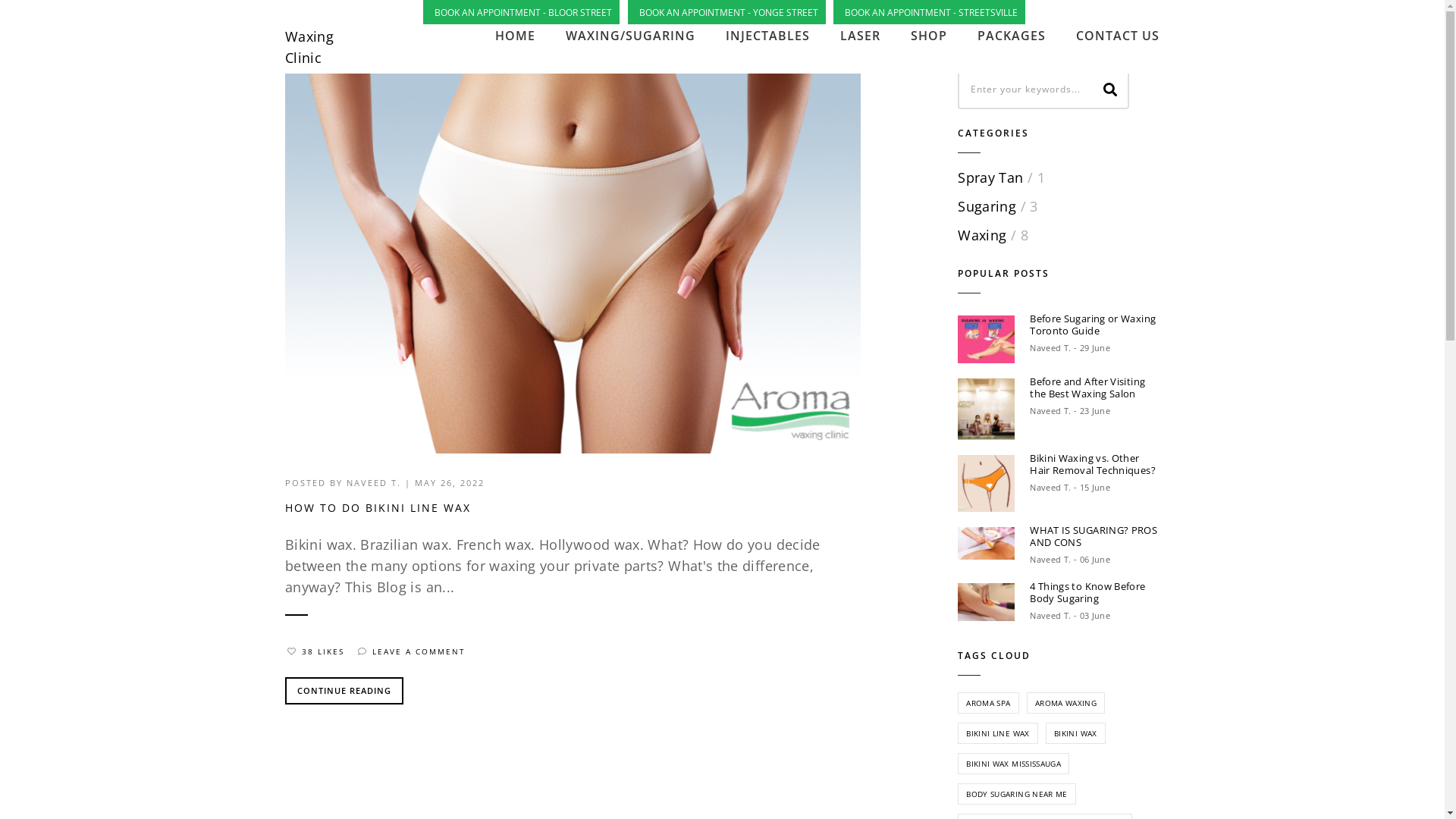  Describe the element at coordinates (836, 12) in the screenshot. I see `'BOOK AN APPOINTMENT STREETSVILLE'` at that location.